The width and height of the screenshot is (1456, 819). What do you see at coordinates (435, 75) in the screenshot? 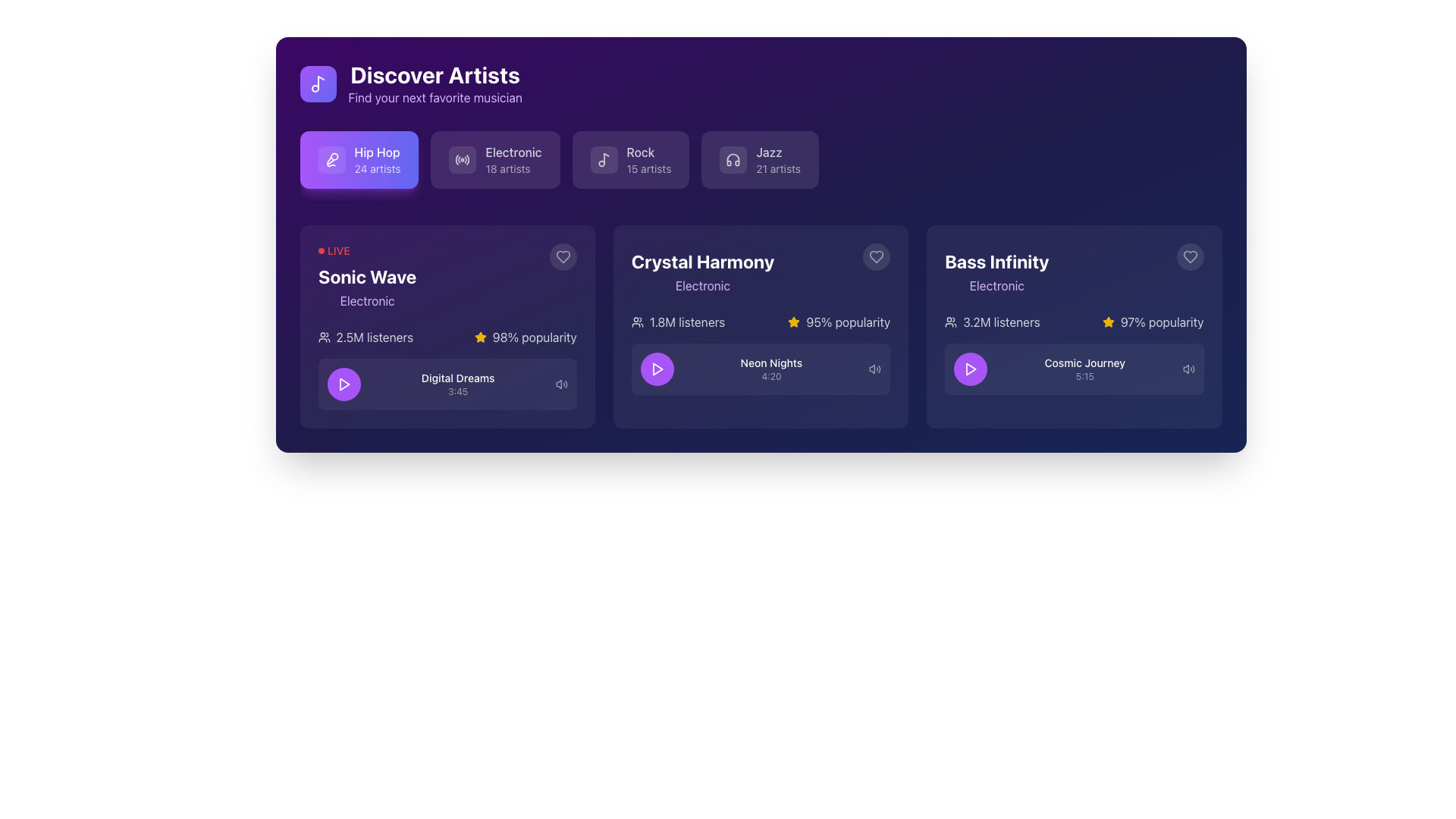
I see `the bold, large-sized white text label that reads 'Discover Artists', prominently displayed on a purple background near the top-left region of the interface` at bounding box center [435, 75].